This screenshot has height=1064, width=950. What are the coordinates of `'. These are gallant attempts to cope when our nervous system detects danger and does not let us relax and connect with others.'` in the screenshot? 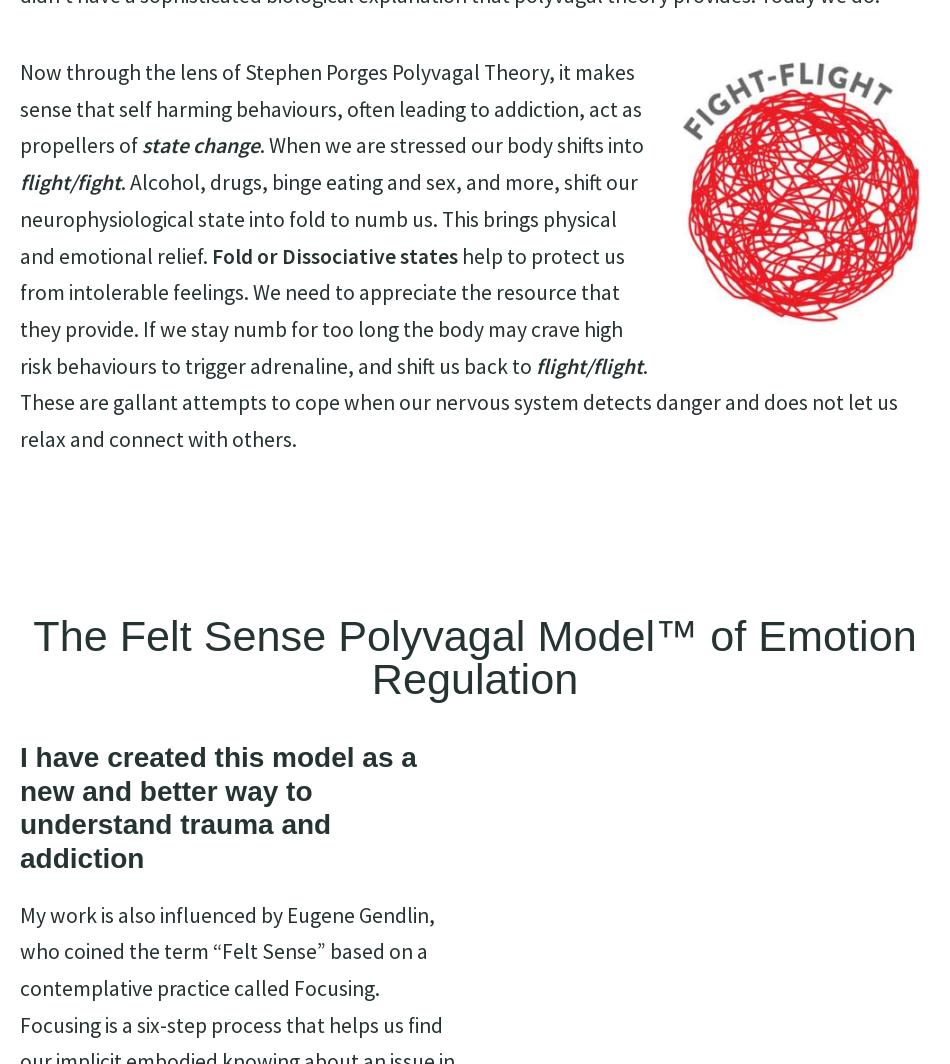 It's located at (20, 402).